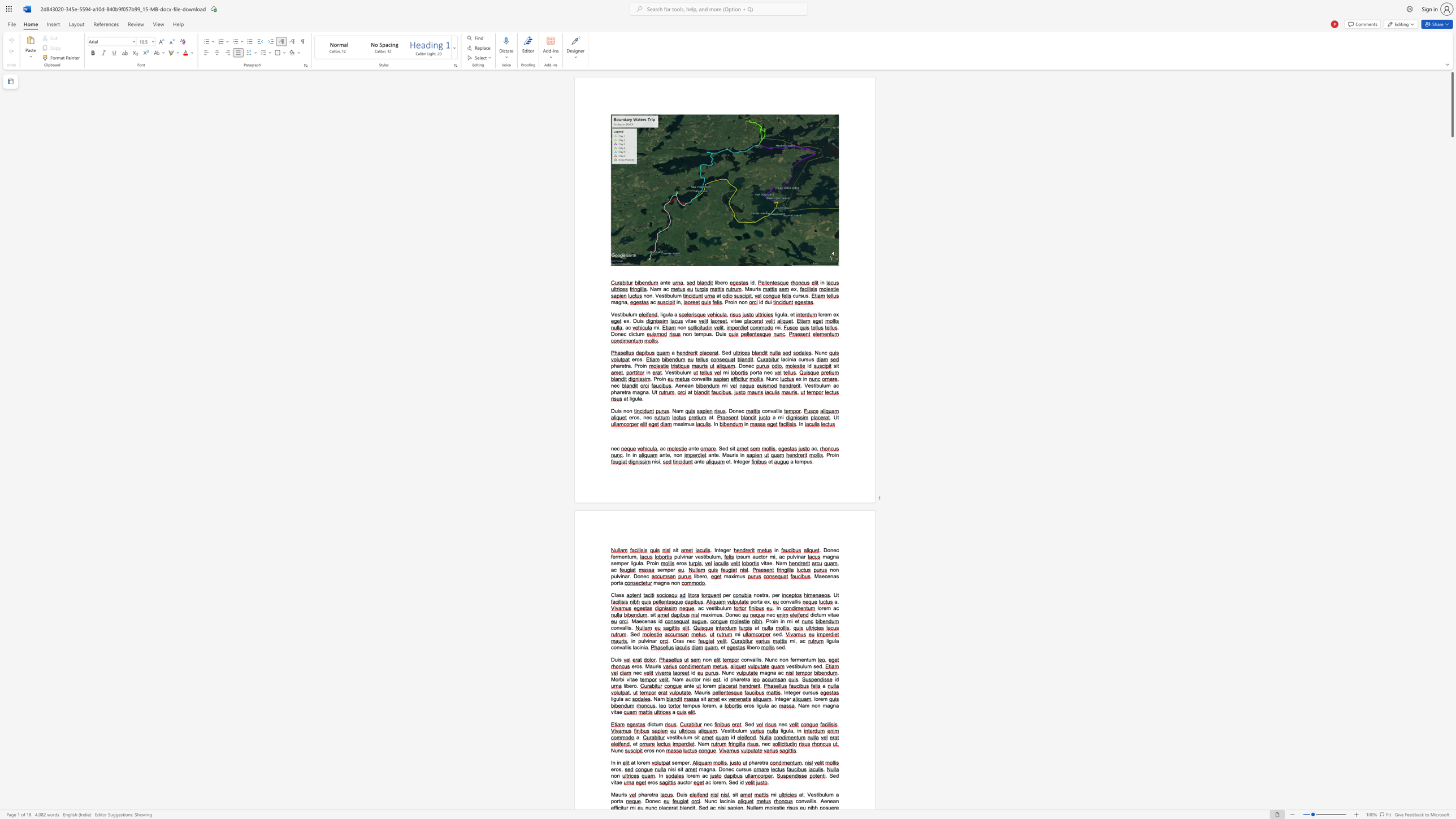 The height and width of the screenshot is (819, 1456). What do you see at coordinates (743, 302) in the screenshot?
I see `the 2th character "o" in the text` at bounding box center [743, 302].